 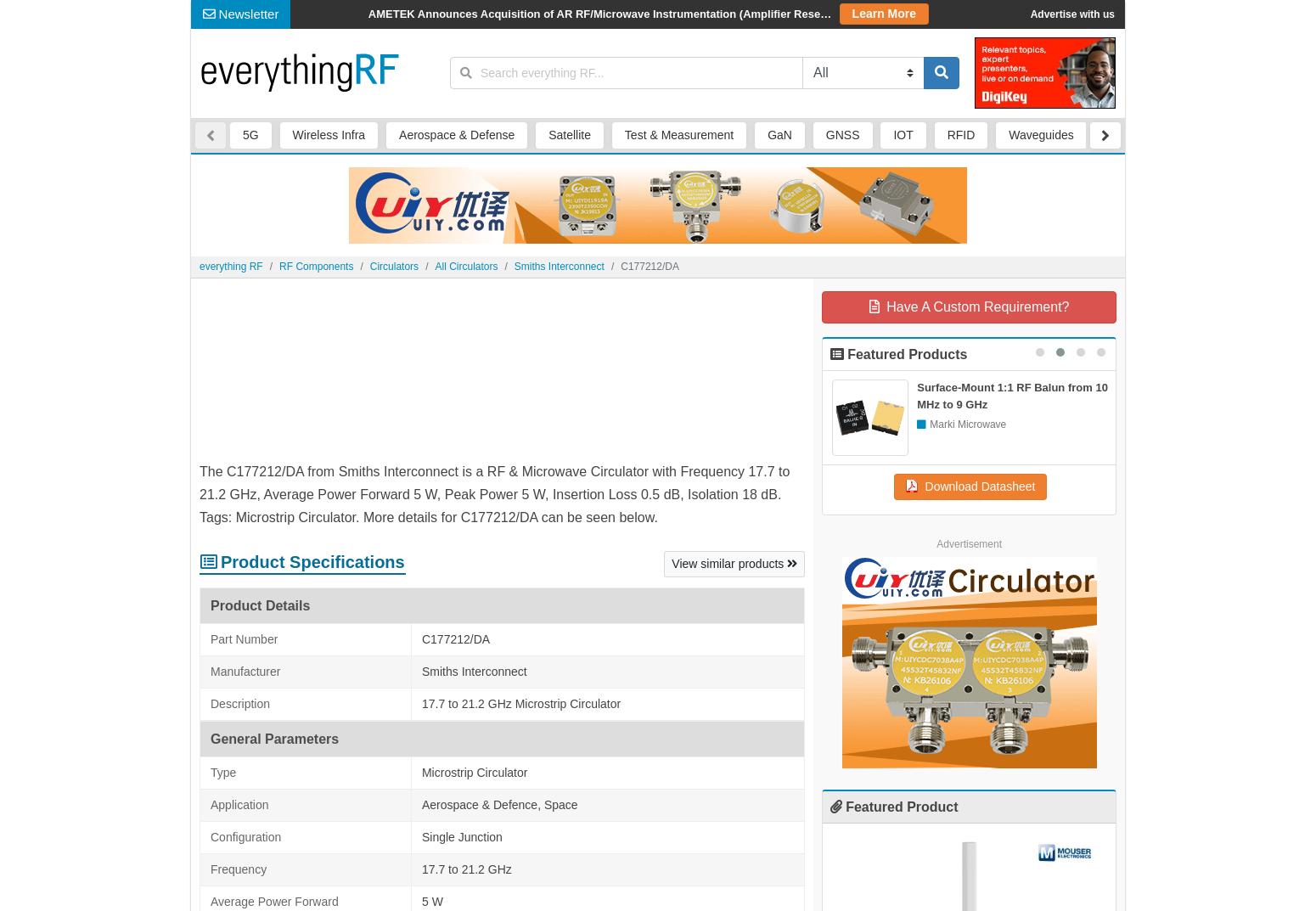 What do you see at coordinates (273, 827) in the screenshot?
I see `'RFCR6751 from RF-CI'` at bounding box center [273, 827].